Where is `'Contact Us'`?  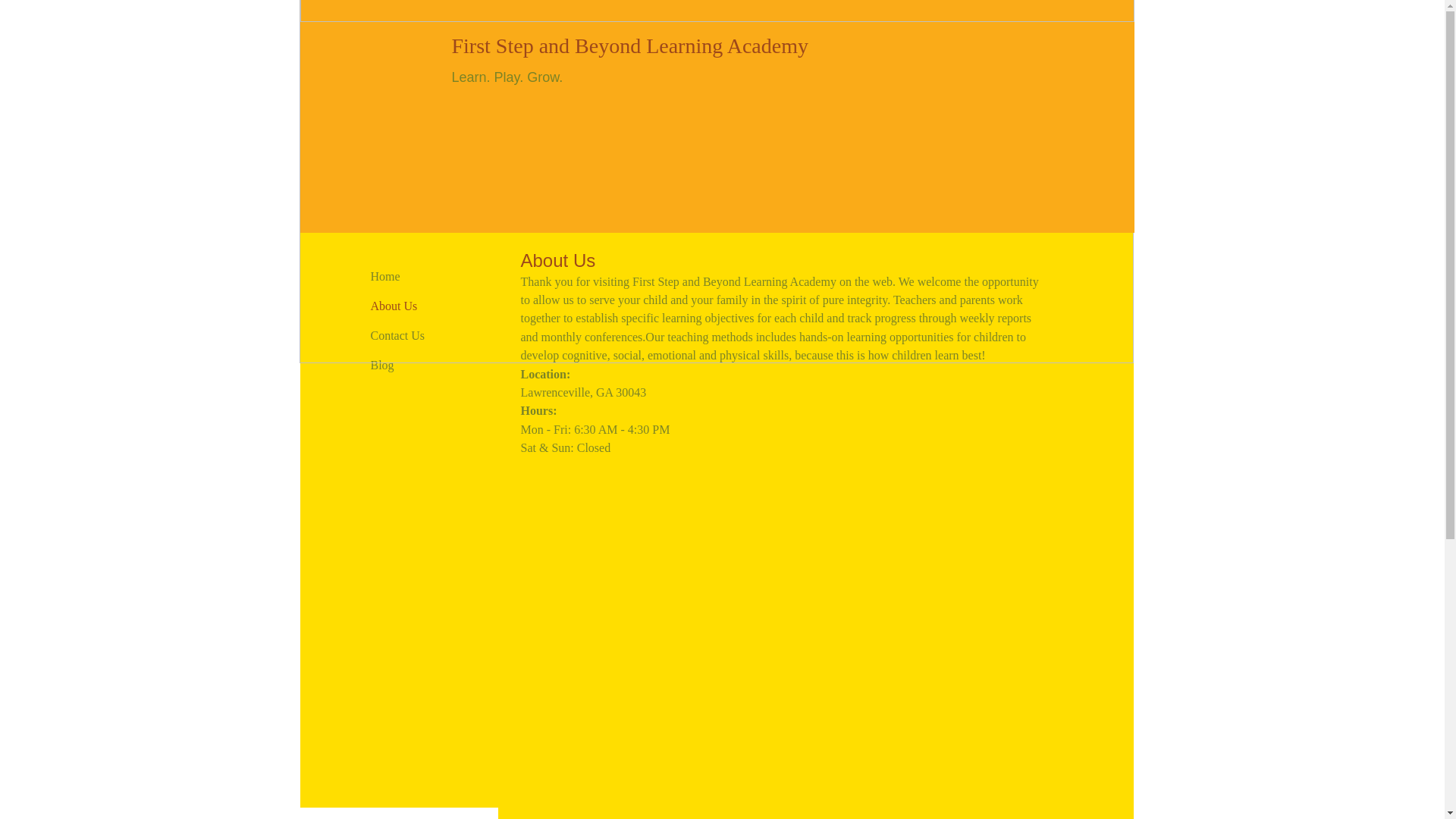 'Contact Us' is located at coordinates (397, 335).